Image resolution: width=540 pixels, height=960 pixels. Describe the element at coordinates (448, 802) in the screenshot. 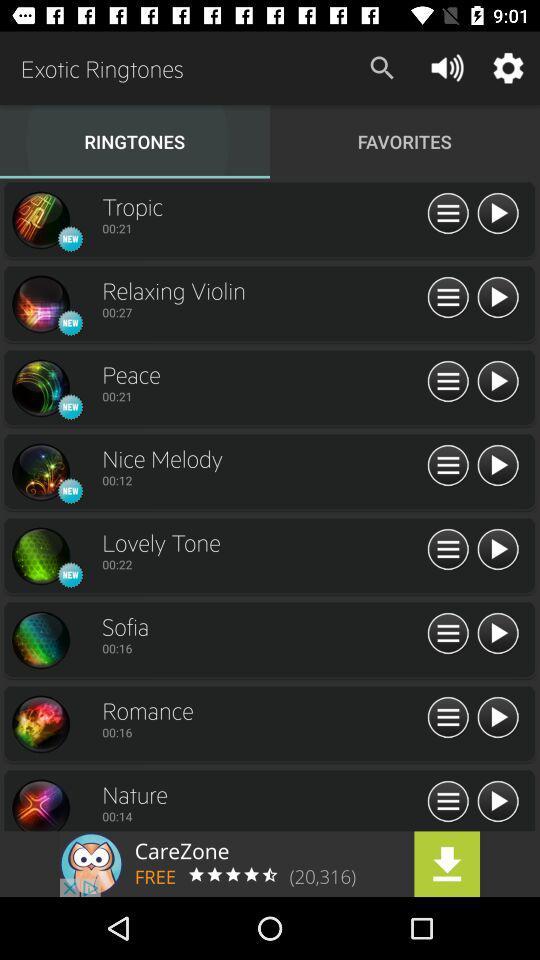

I see `open menu` at that location.